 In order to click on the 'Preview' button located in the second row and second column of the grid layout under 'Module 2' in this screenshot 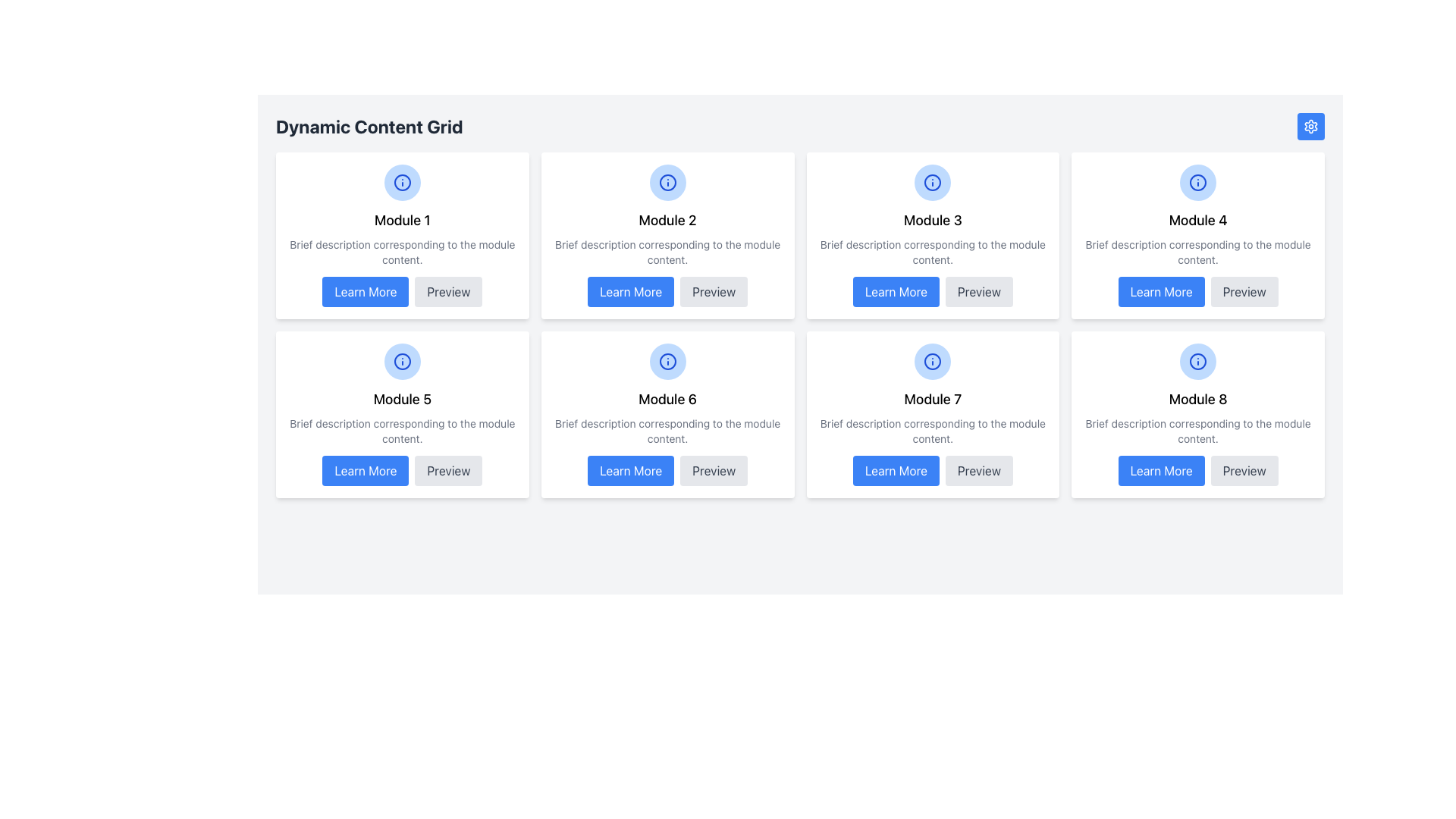, I will do `click(713, 292)`.